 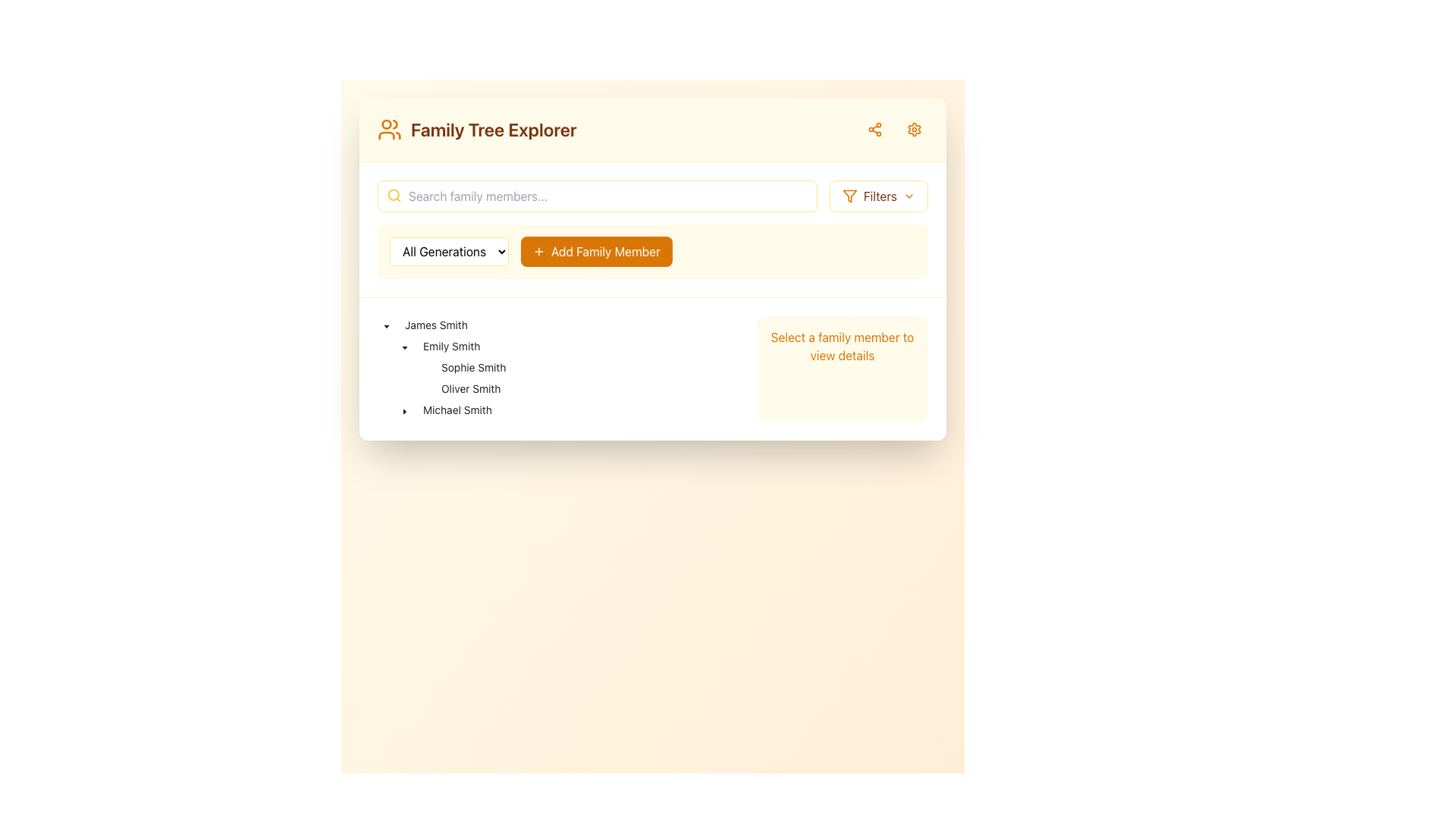 What do you see at coordinates (538, 250) in the screenshot?
I see `the small plus sign icon within the 'Add Family Member' button located below the 'All Generations' dropdown menu` at bounding box center [538, 250].